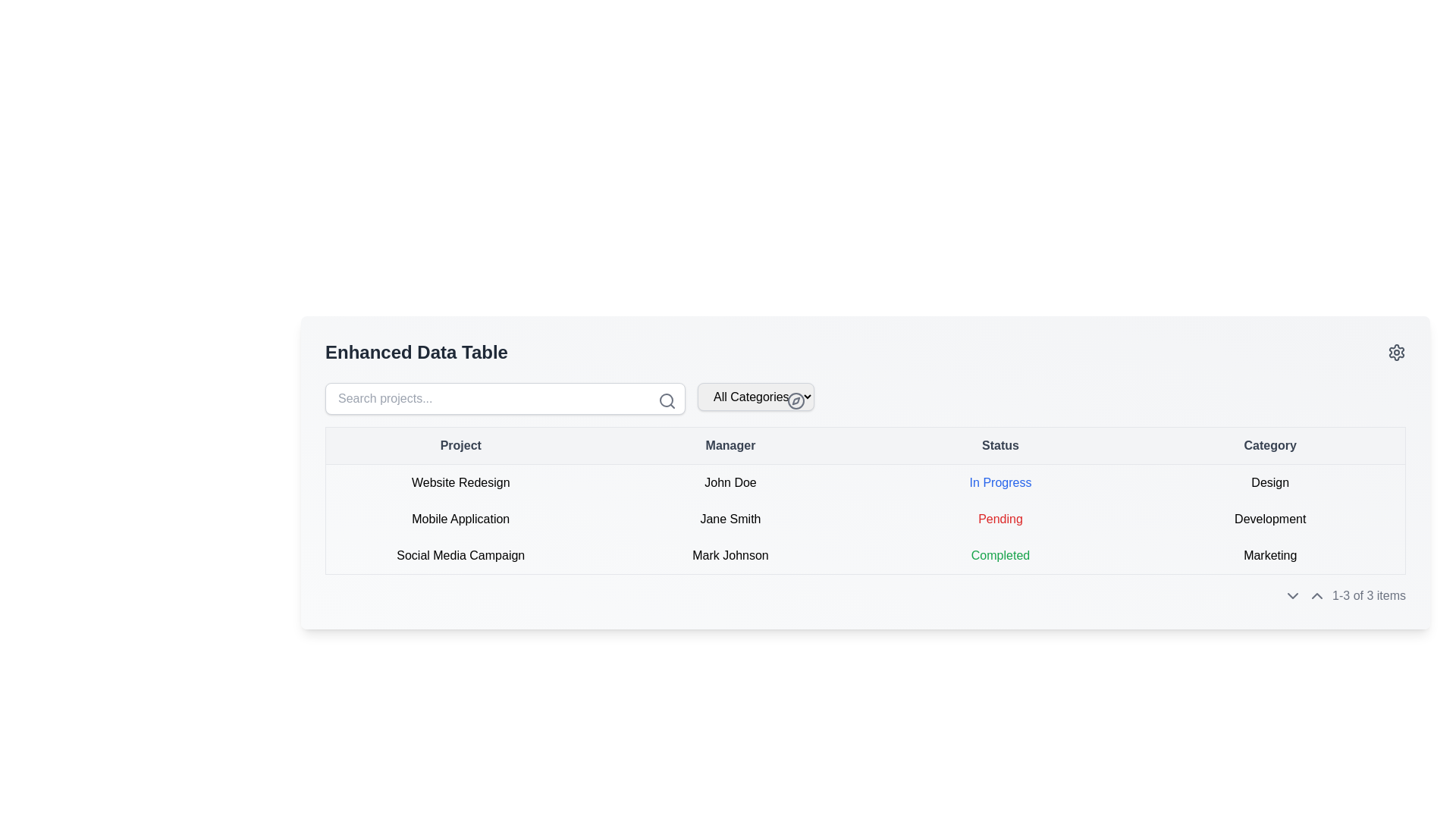 This screenshot has width=1456, height=819. Describe the element at coordinates (1270, 556) in the screenshot. I see `the static text label that reads 'Marketing', which is the last column in the row for 'Social Media Campaign' in the 'Enhanced Data Table'` at that location.